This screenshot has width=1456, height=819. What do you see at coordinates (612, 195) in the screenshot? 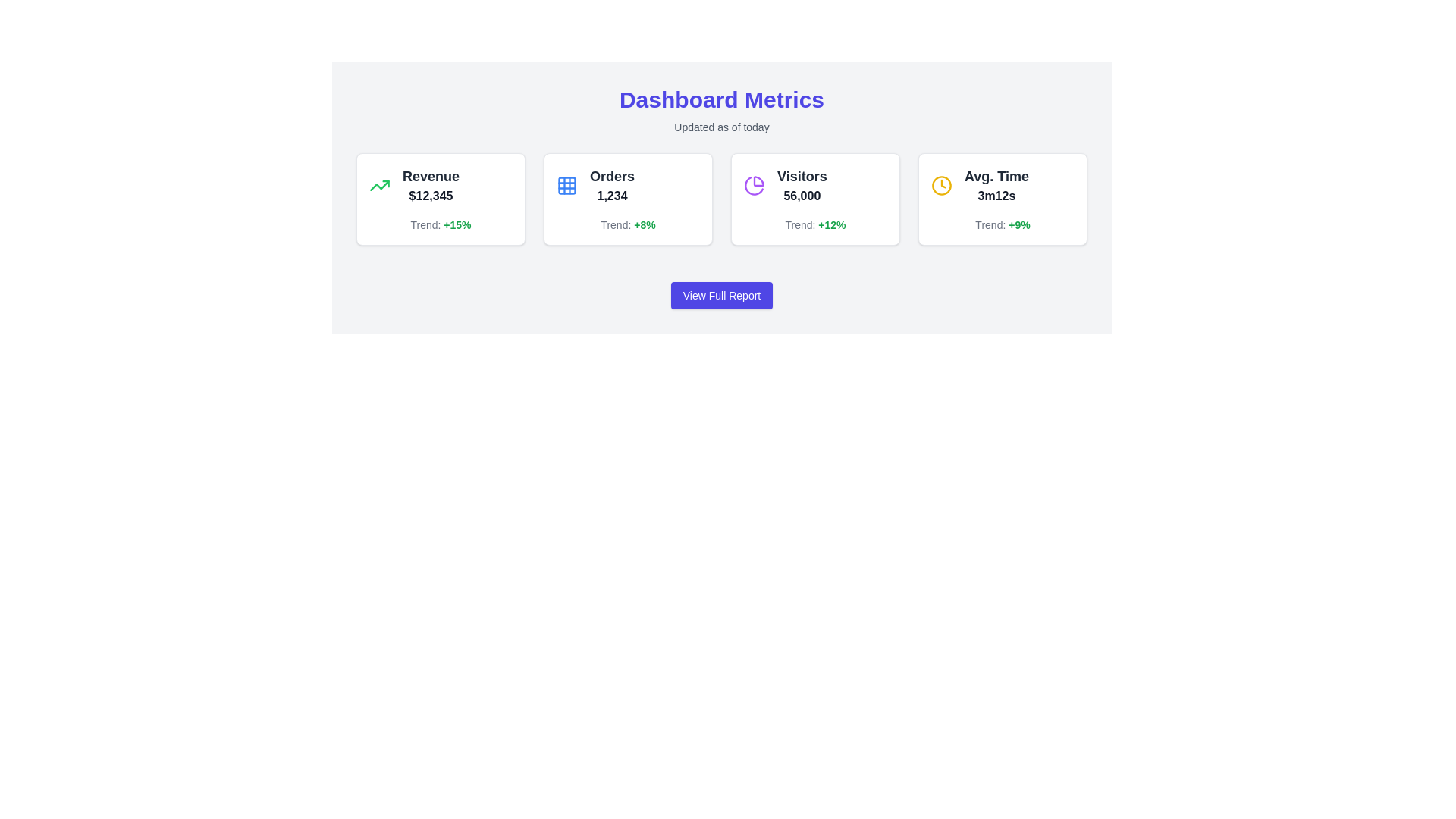
I see `the numeric text label displaying '1,234', which is located directly beneath the 'Orders' text in the middle card layout` at bounding box center [612, 195].